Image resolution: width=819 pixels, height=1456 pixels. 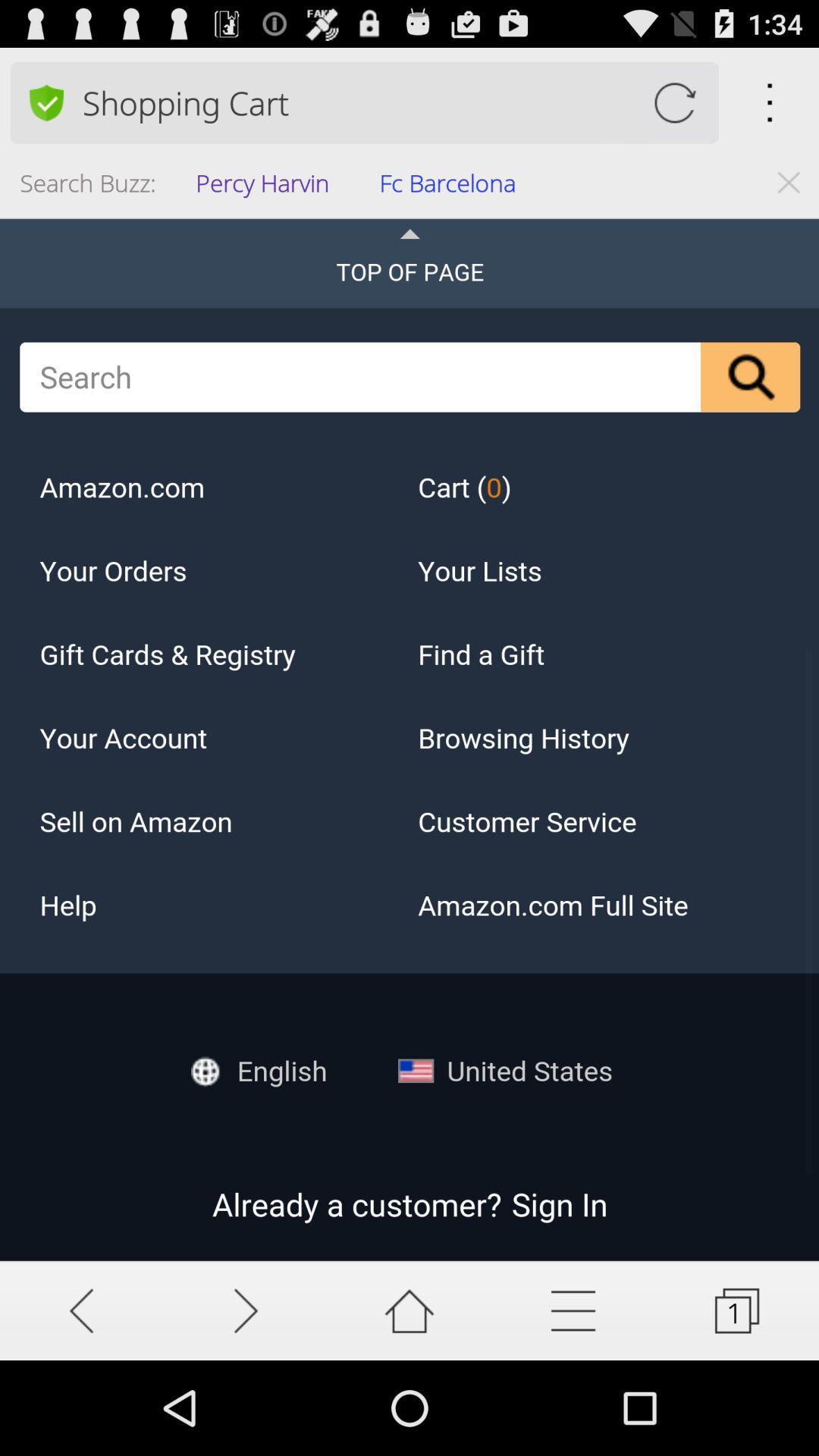 What do you see at coordinates (245, 1310) in the screenshot?
I see `next page` at bounding box center [245, 1310].